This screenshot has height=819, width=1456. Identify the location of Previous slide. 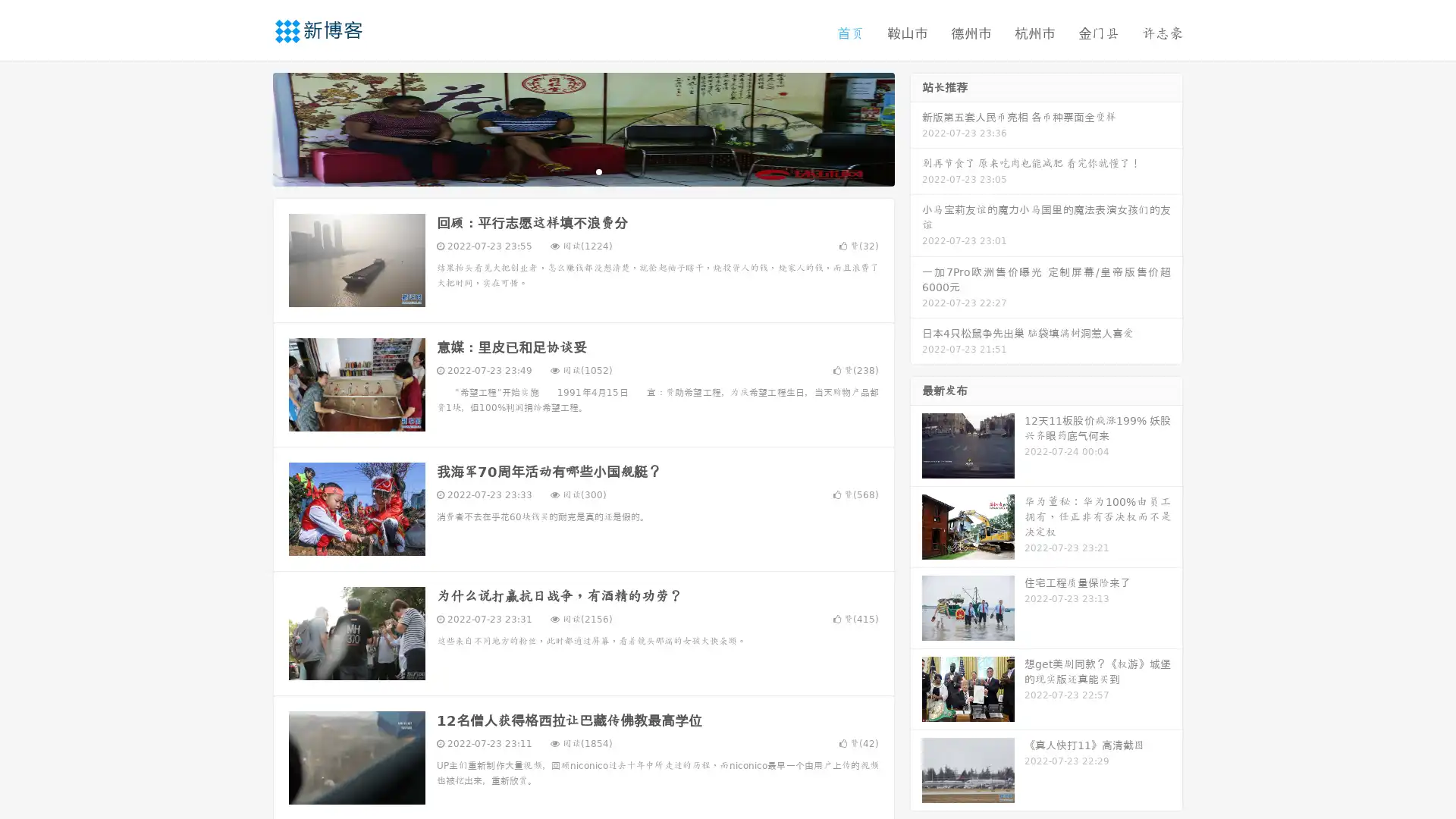
(250, 127).